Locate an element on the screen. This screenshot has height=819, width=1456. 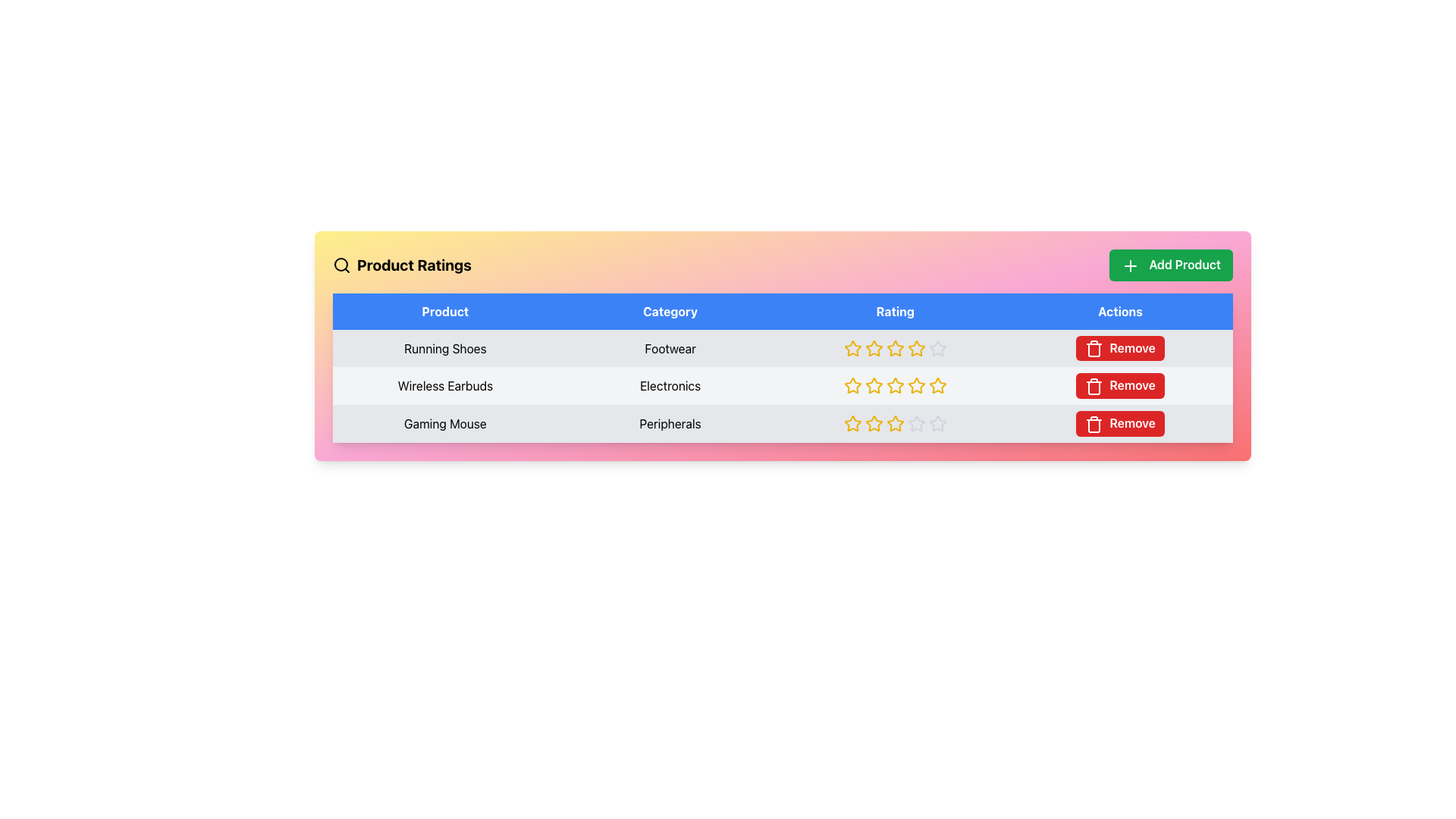
the icon located at the top-right corner of the 'Add Product' button, which visually indicates the action of adding a new product is located at coordinates (1131, 265).